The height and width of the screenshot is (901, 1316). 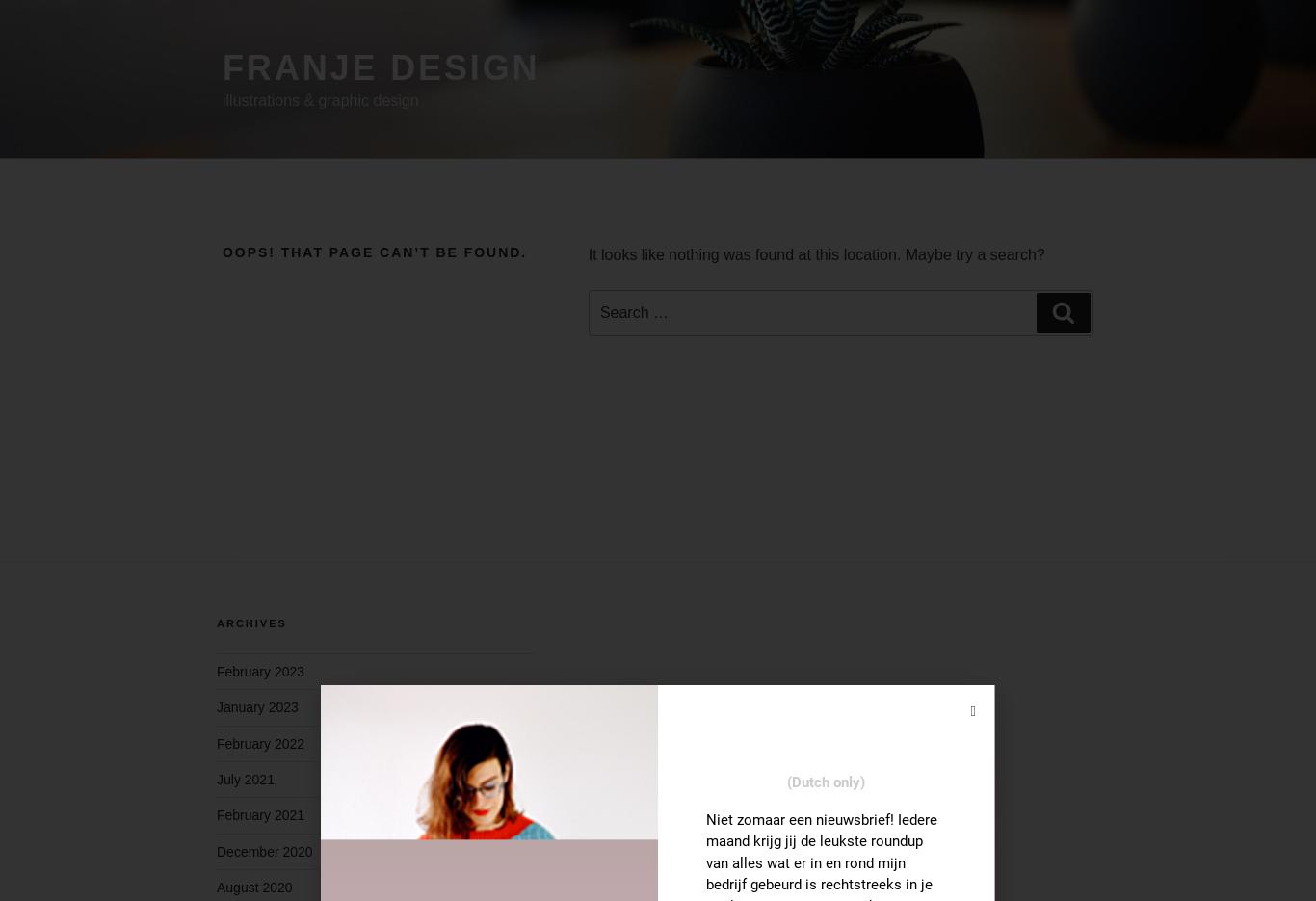 What do you see at coordinates (215, 623) in the screenshot?
I see `'Archives'` at bounding box center [215, 623].